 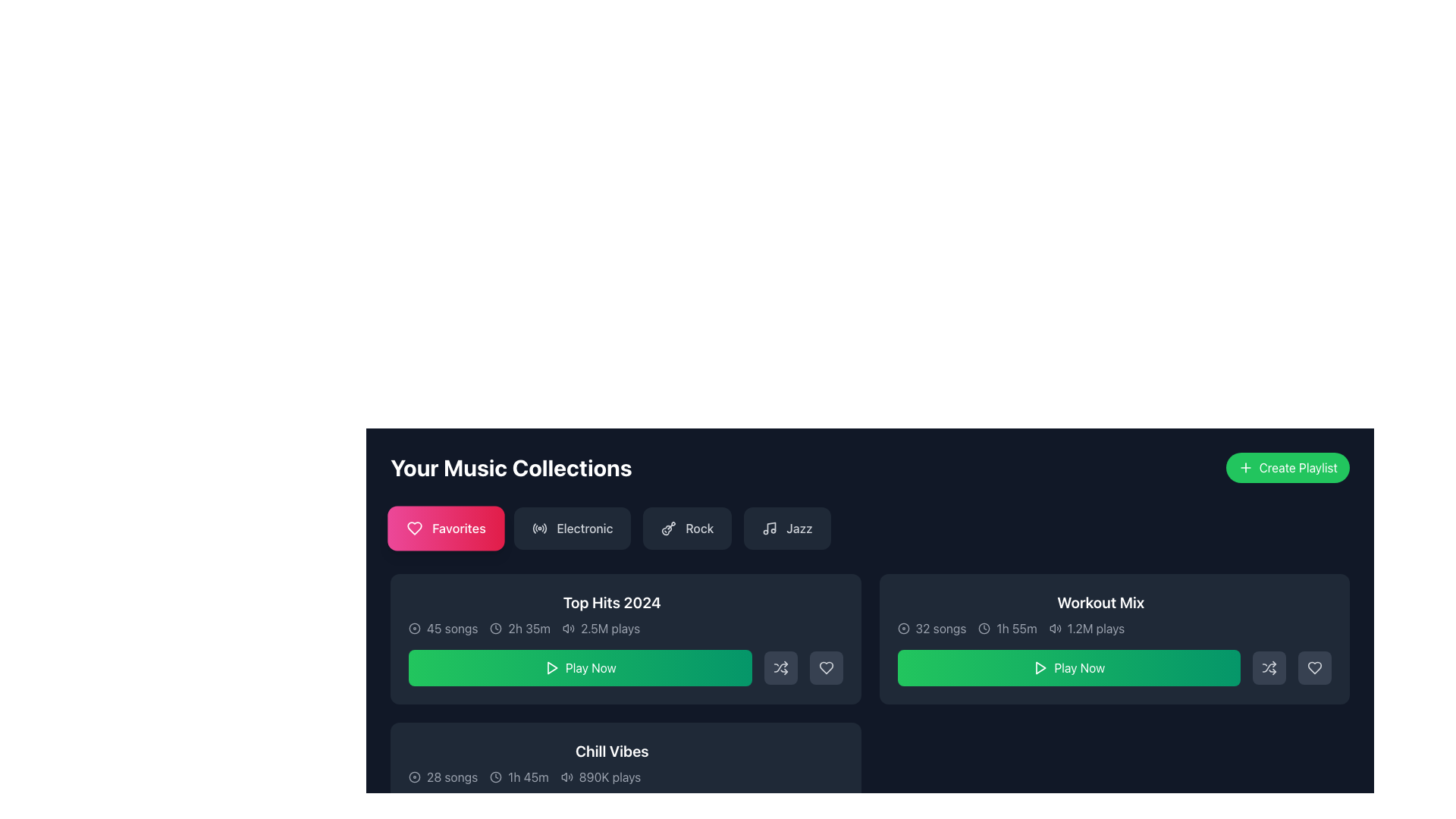 What do you see at coordinates (668, 528) in the screenshot?
I see `the 'Rock' button, which is visually represented by an icon on the left-hand side adjacent to the text 'Rock'` at bounding box center [668, 528].